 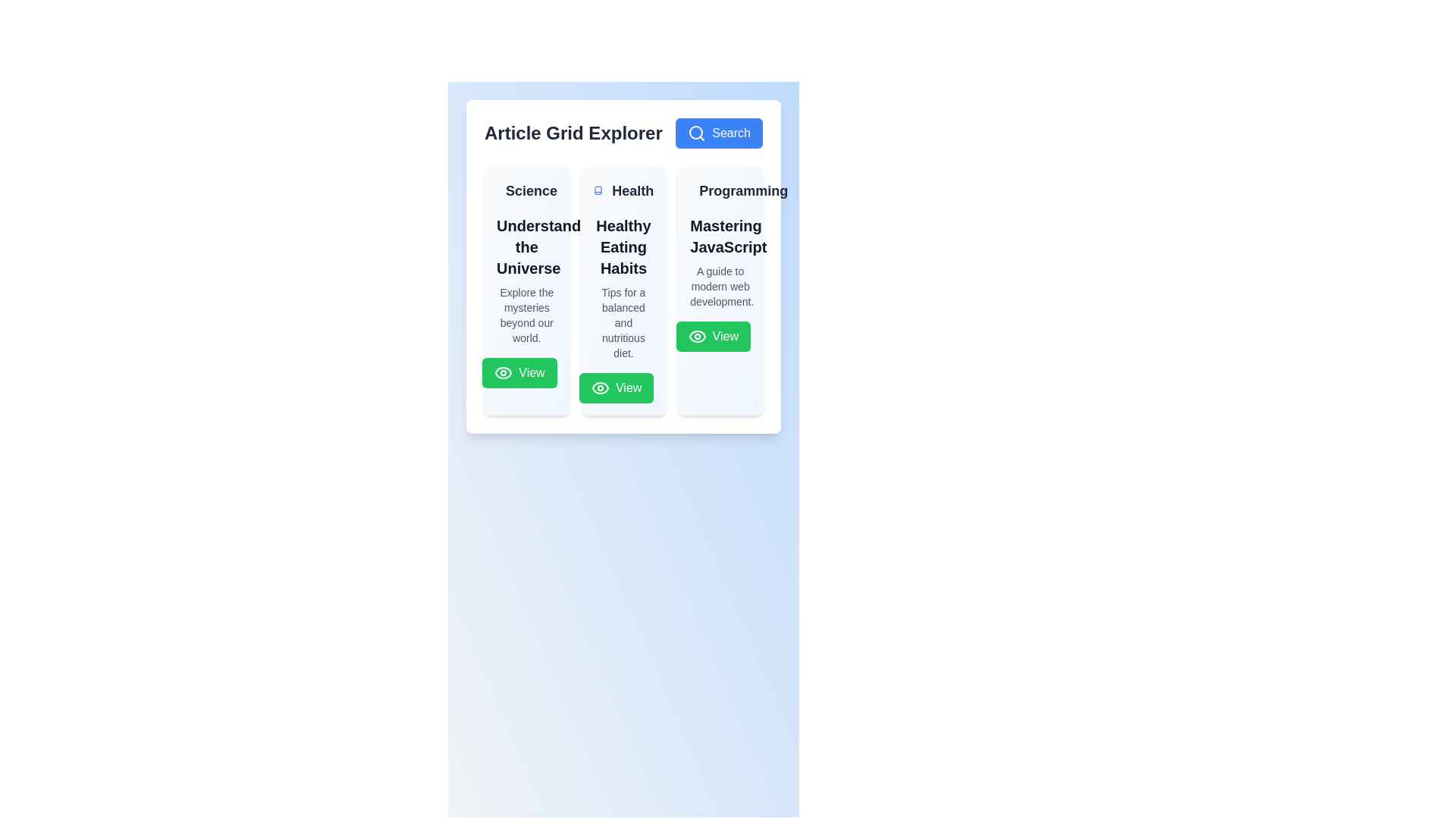 What do you see at coordinates (696, 335) in the screenshot?
I see `the 'View' button icon in the Programming section` at bounding box center [696, 335].